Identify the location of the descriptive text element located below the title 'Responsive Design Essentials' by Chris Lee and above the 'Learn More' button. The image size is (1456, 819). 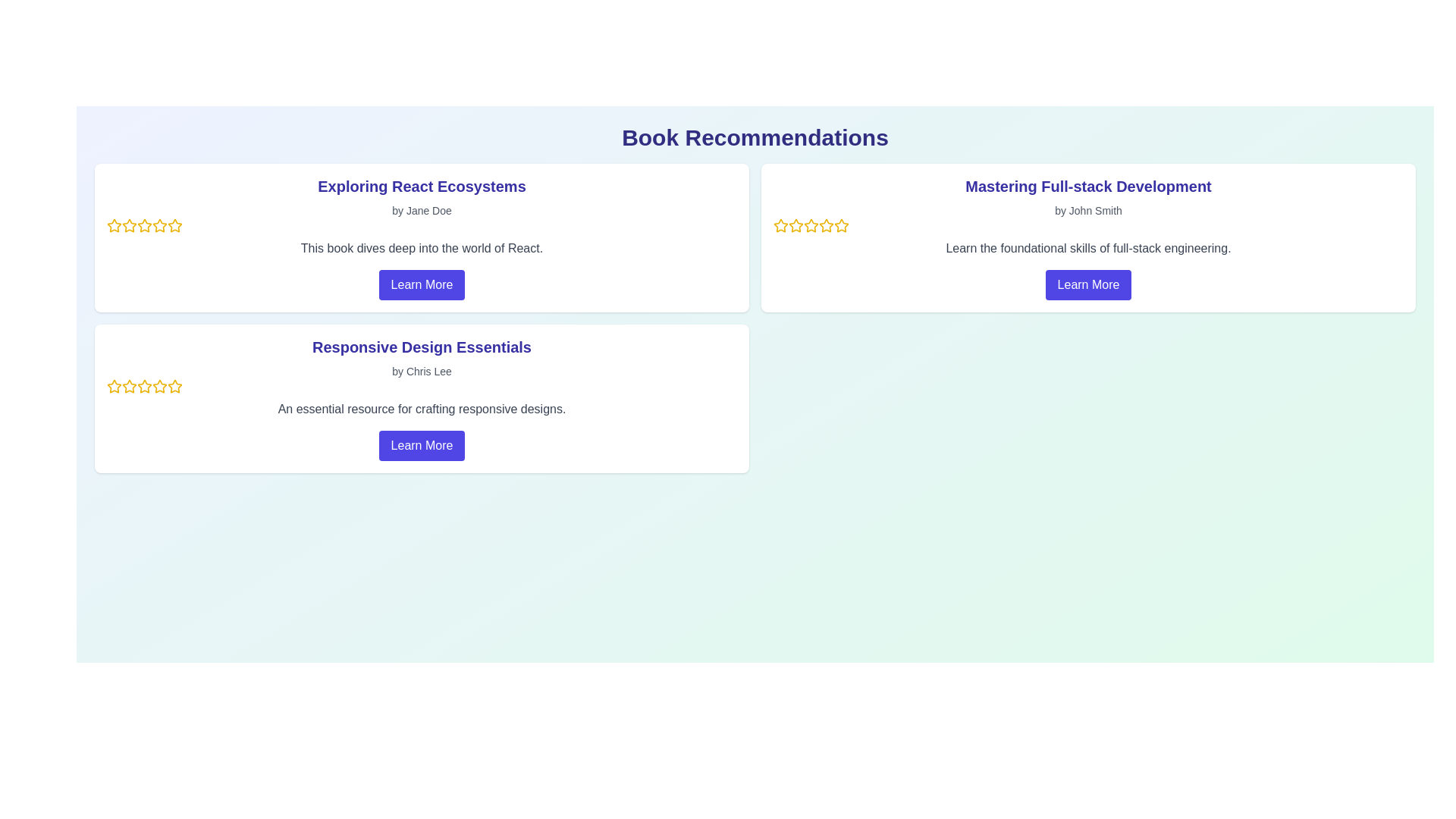
(422, 409).